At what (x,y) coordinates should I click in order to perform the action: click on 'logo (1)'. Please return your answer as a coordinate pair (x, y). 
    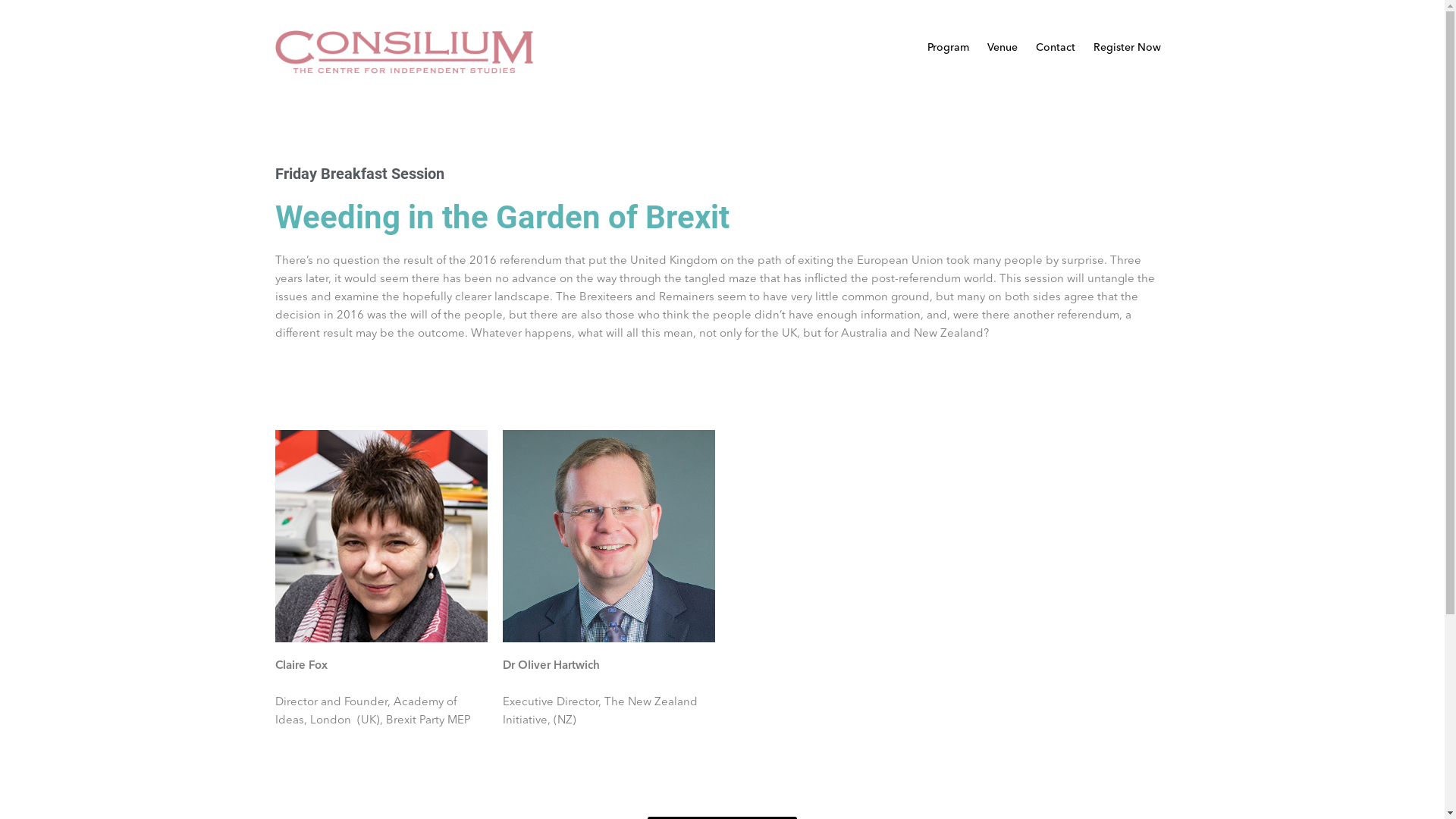
    Looking at the image, I should click on (403, 51).